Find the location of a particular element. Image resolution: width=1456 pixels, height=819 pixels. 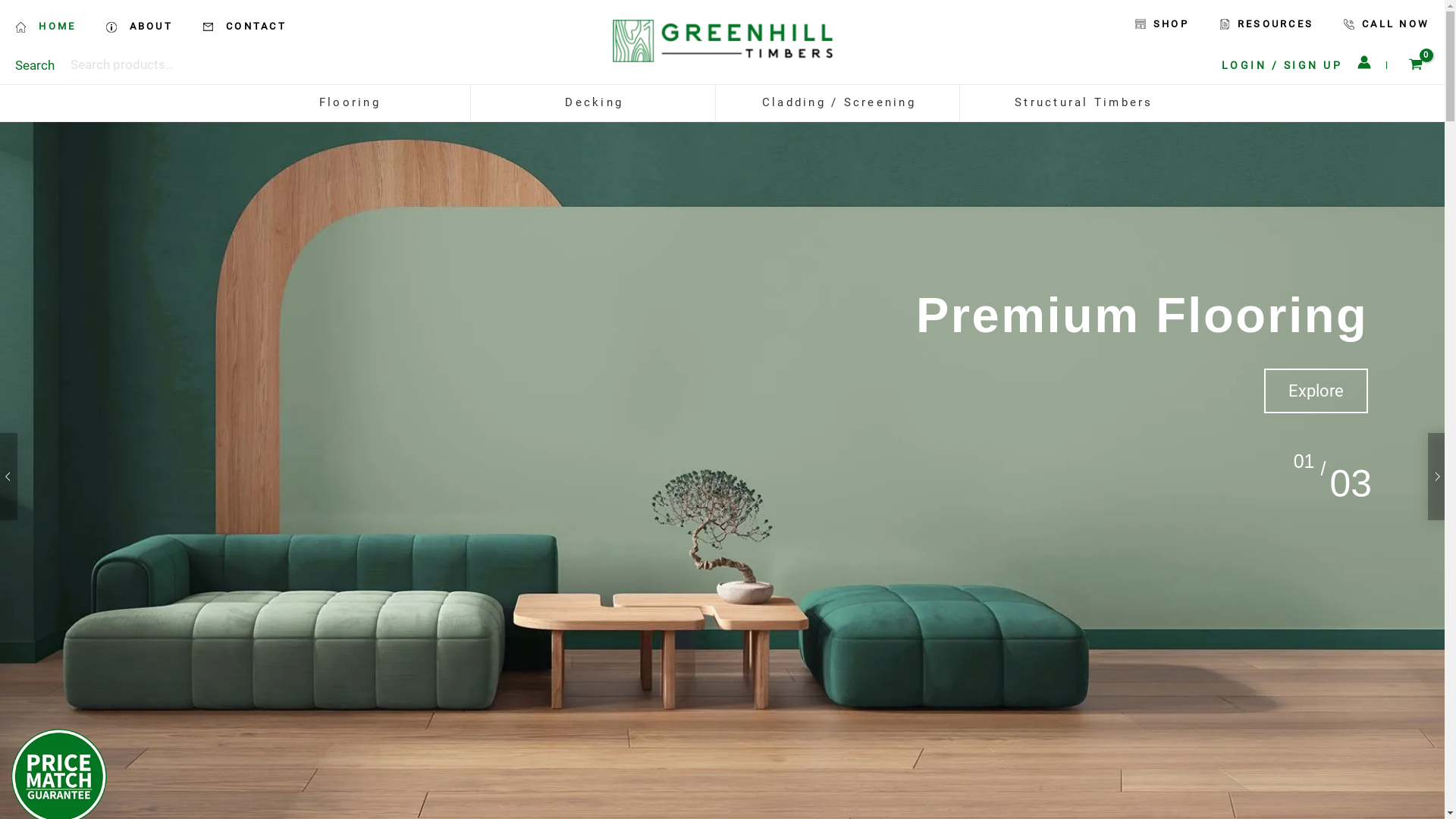

'Cladding / Screening' is located at coordinates (839, 102).